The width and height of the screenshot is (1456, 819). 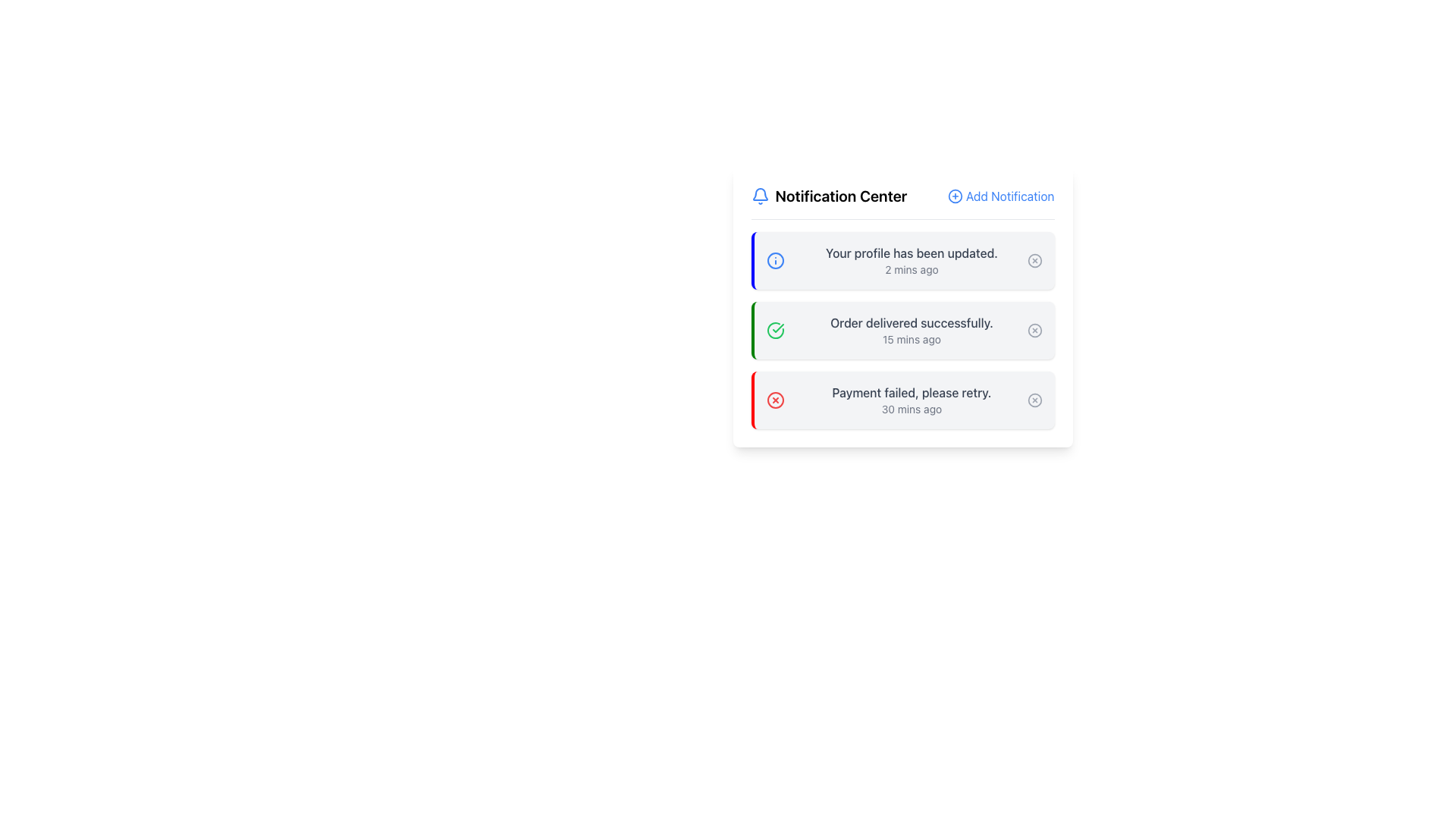 I want to click on individual notifications in the Notification list located in the Notification Center section, below the header containing 'Notification Center' and 'Add Notification', so click(x=902, y=329).